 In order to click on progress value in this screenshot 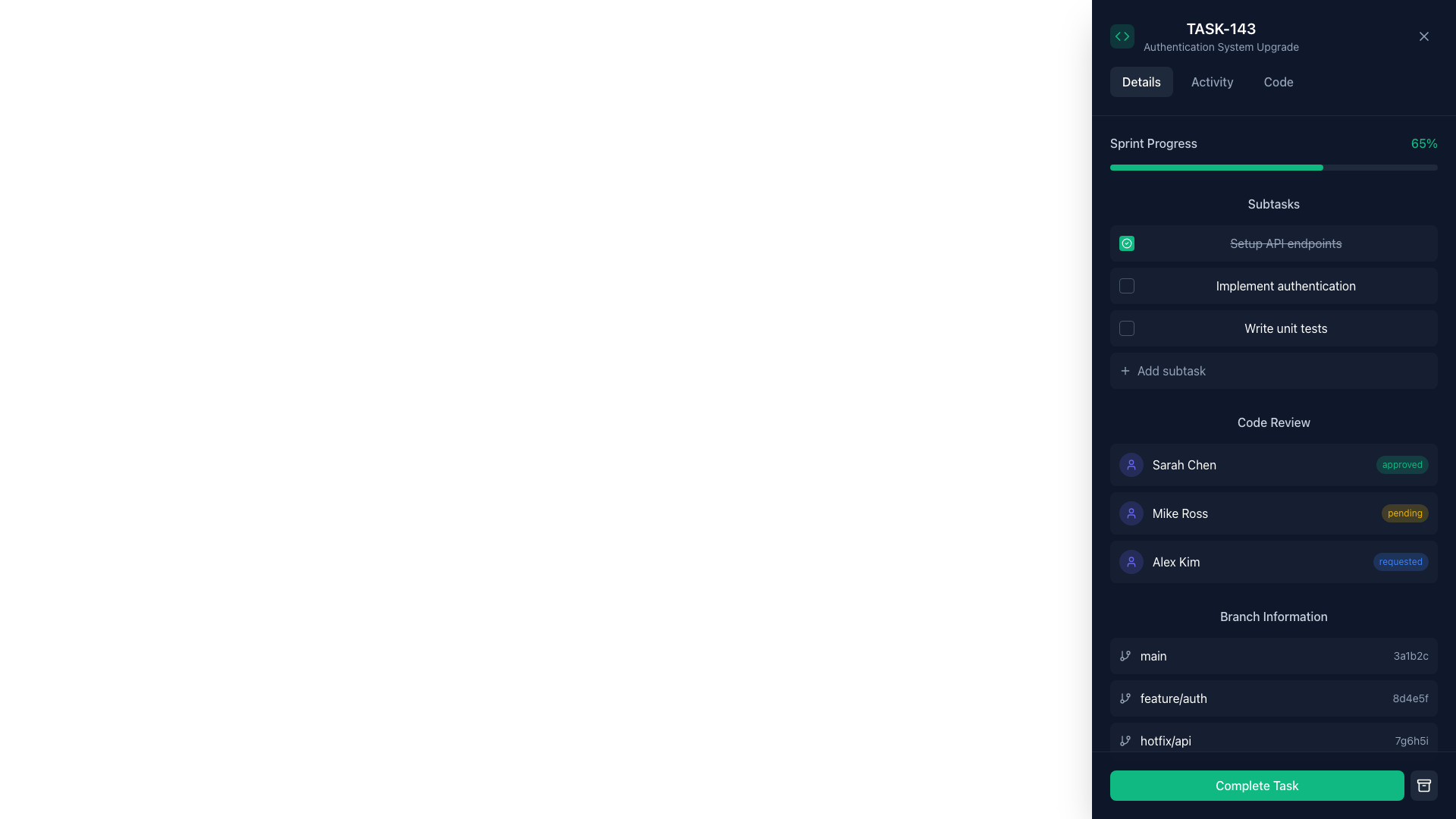, I will do `click(1116, 167)`.